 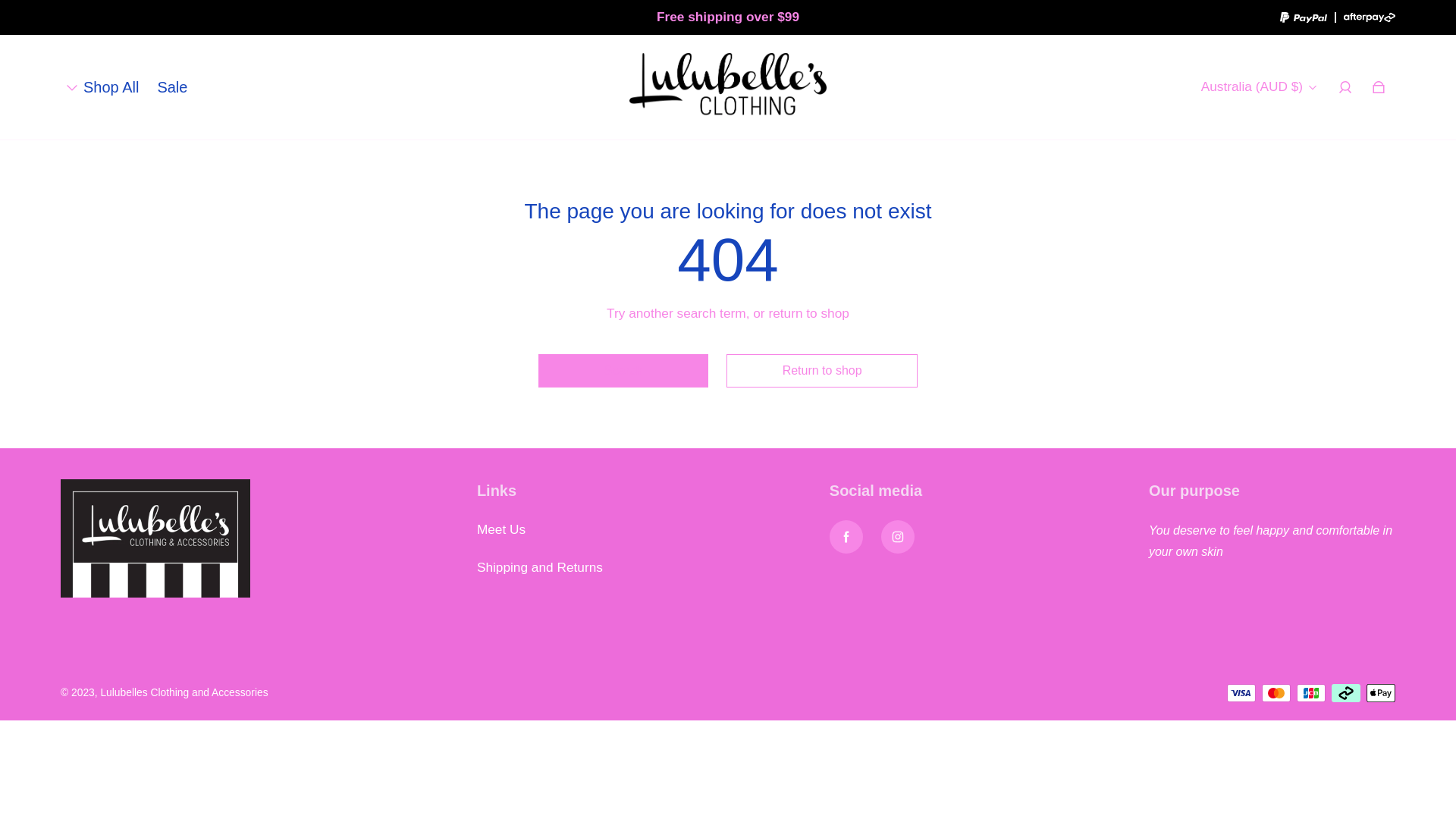 I want to click on 'Shop All', so click(x=110, y=87).